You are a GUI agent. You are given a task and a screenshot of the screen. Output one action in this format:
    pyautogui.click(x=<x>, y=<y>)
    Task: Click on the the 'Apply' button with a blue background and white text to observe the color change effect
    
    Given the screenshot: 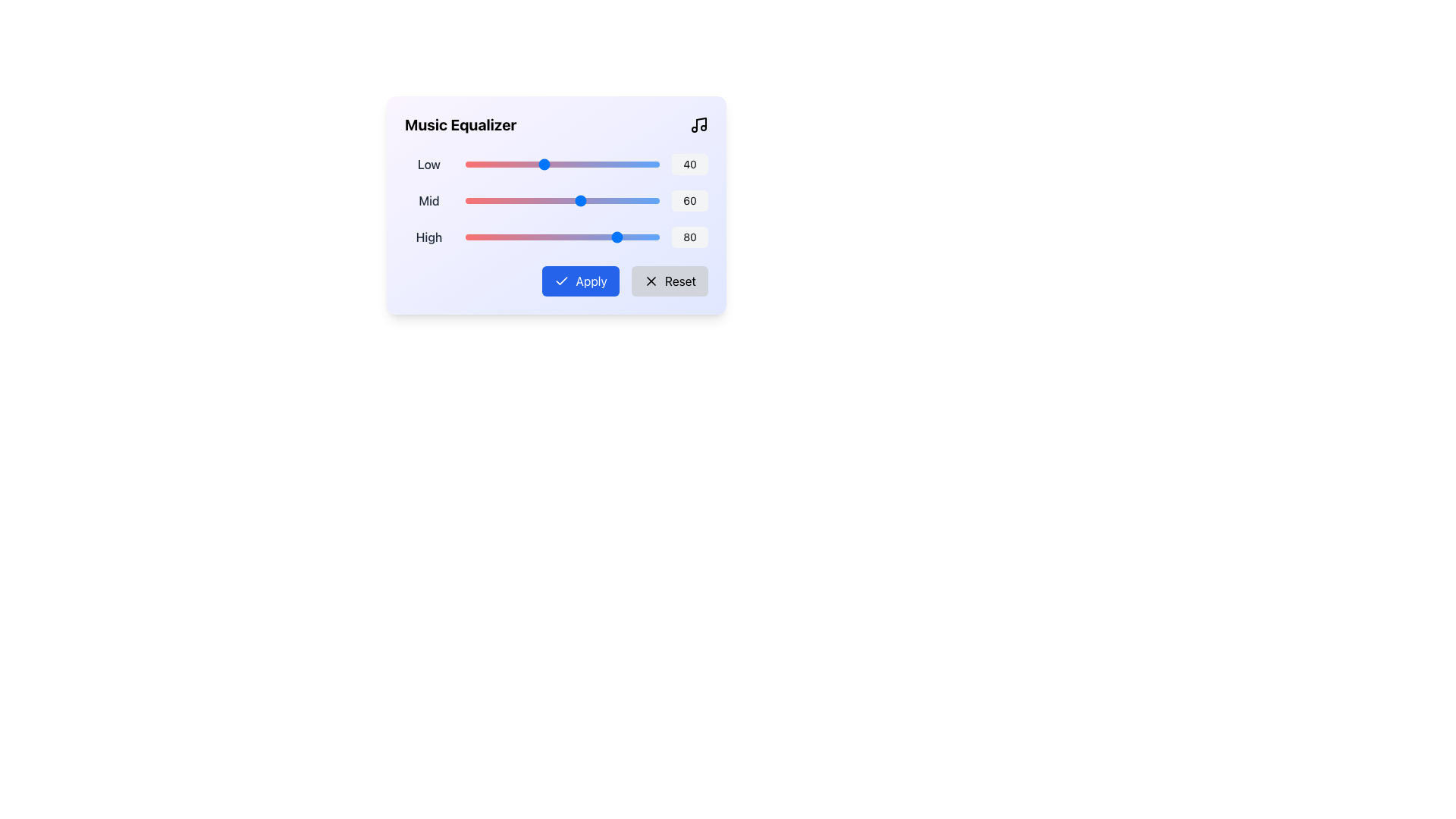 What is the action you would take?
    pyautogui.click(x=580, y=281)
    